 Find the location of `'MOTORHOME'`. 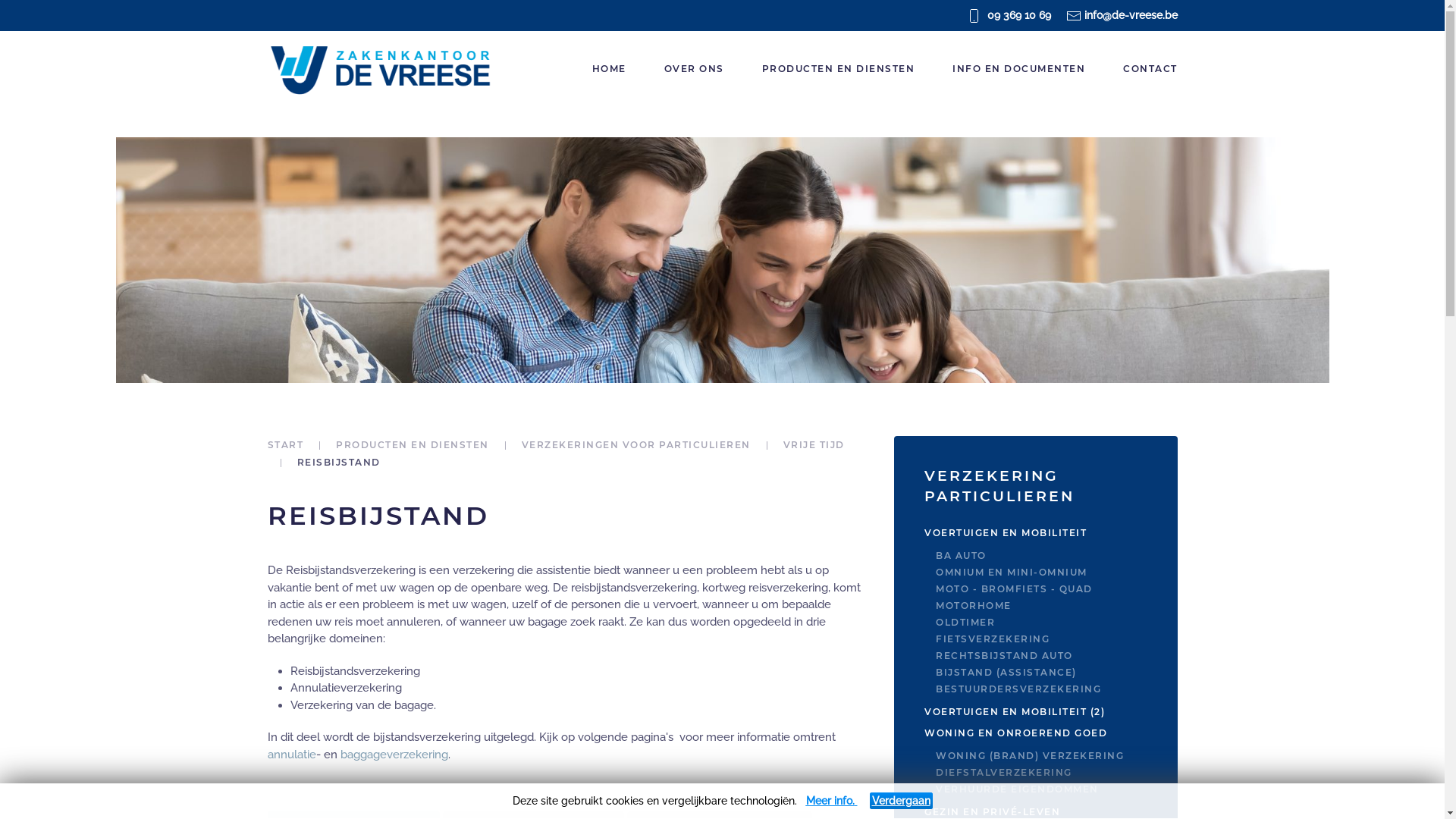

'MOTORHOME' is located at coordinates (1055, 604).